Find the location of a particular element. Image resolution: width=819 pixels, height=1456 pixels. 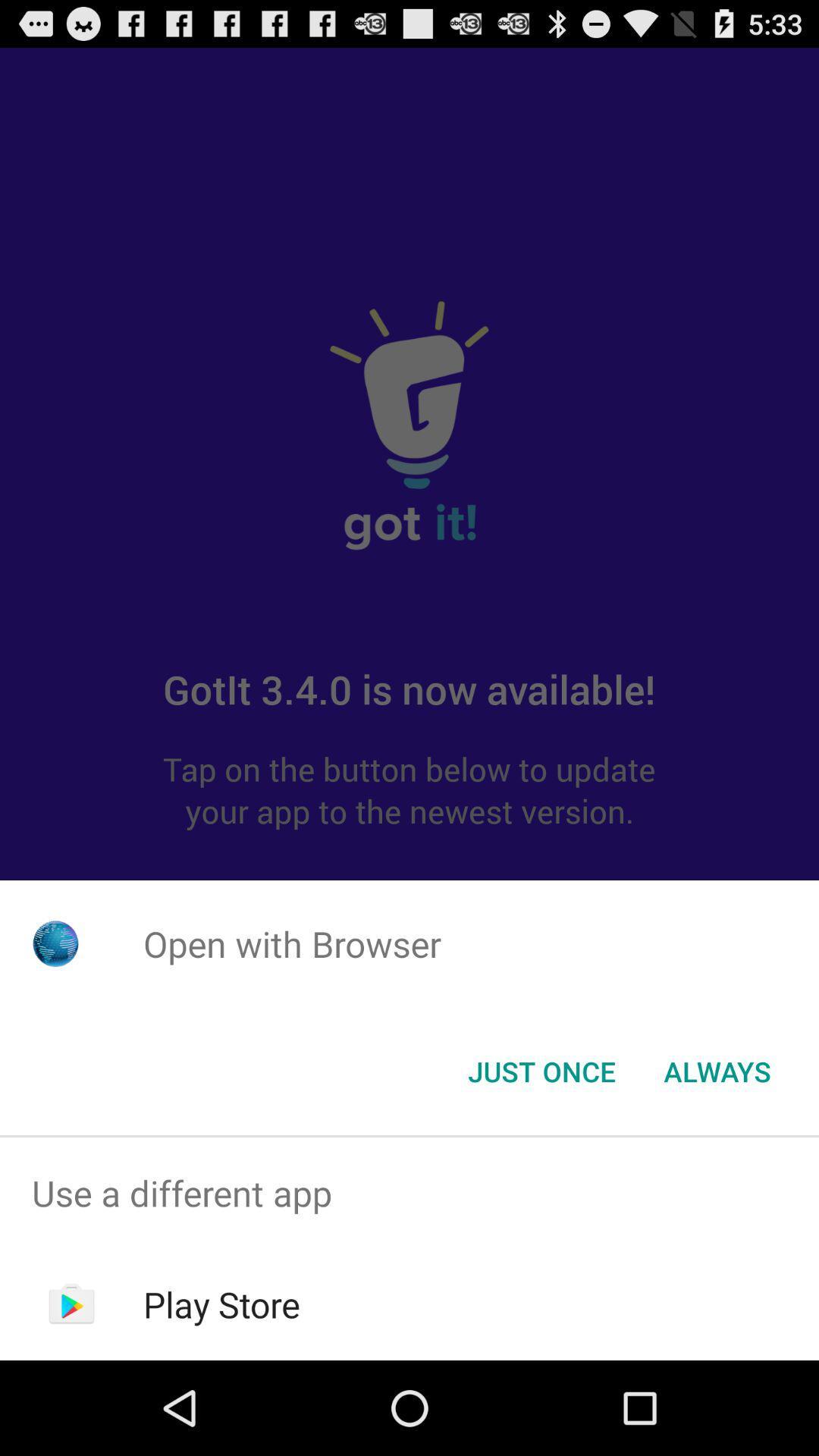

item to the left of the always item is located at coordinates (541, 1070).